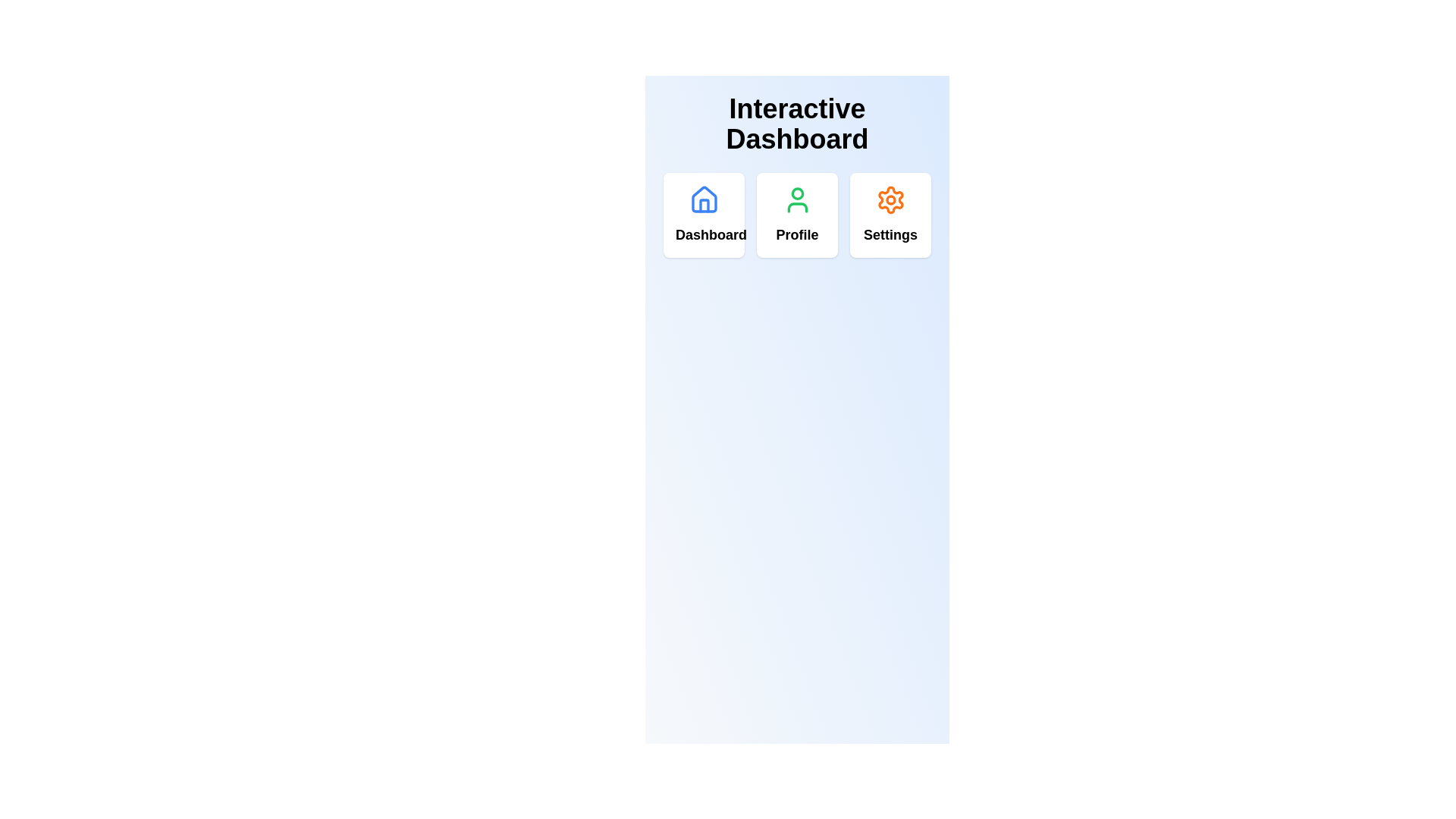 This screenshot has height=819, width=1456. What do you see at coordinates (890, 199) in the screenshot?
I see `the small circular shape with an orange outline located at the center of the settings icon, which is part of a horizontal row of icons labeled Dashboard, Profile, and Settings` at bounding box center [890, 199].